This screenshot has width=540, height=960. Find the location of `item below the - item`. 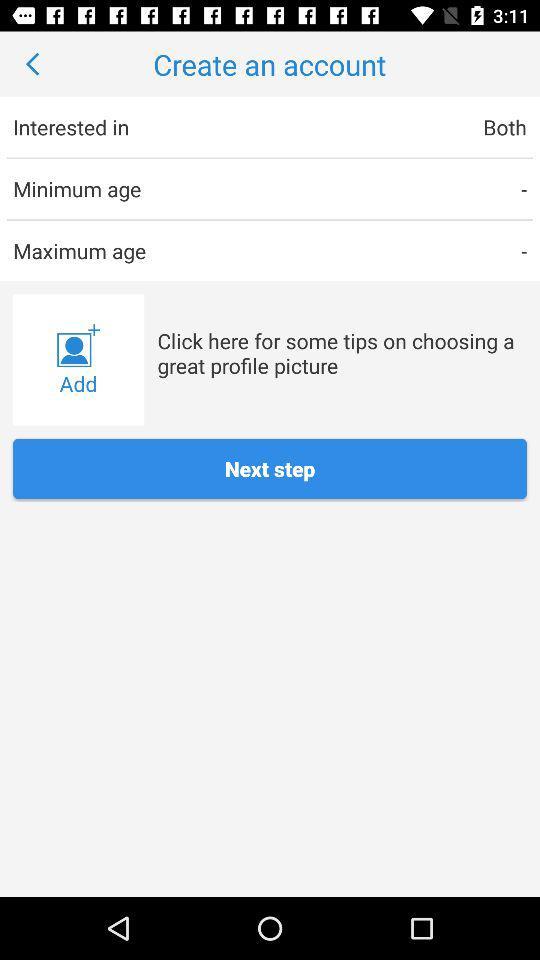

item below the - item is located at coordinates (341, 353).